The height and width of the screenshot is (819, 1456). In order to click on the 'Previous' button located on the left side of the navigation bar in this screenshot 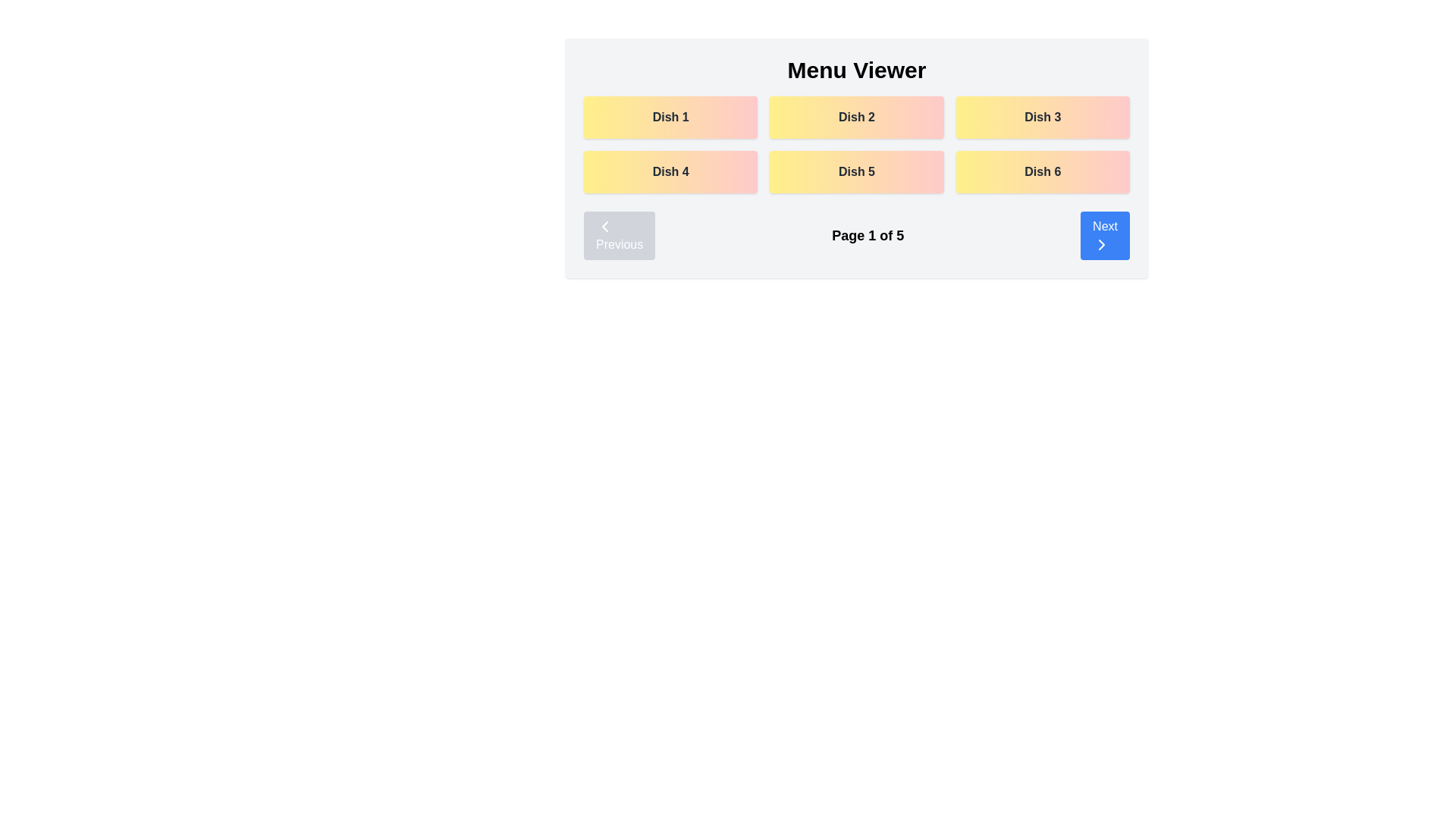, I will do `click(620, 236)`.